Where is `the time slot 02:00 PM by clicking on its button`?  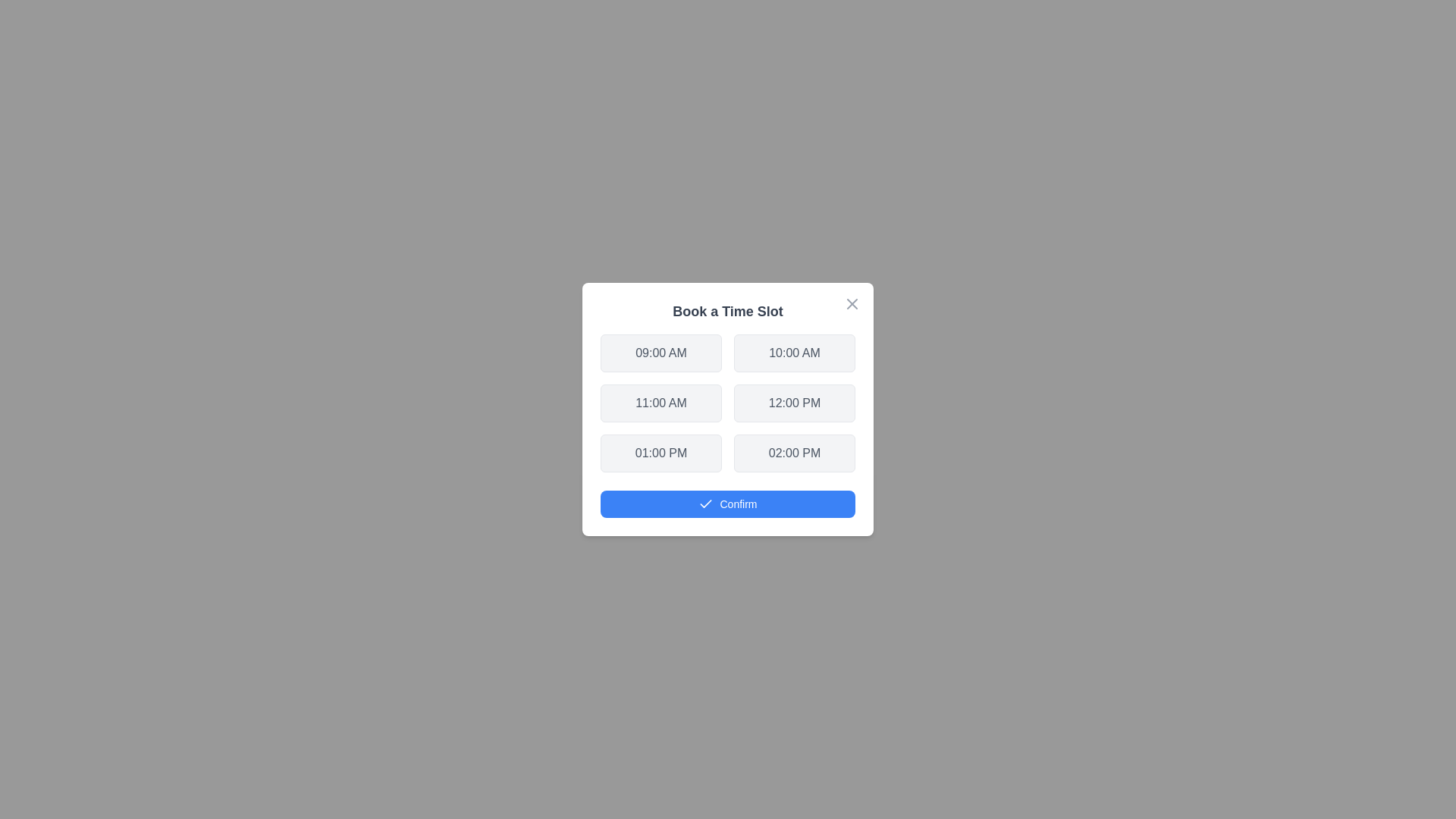 the time slot 02:00 PM by clicking on its button is located at coordinates (793, 452).